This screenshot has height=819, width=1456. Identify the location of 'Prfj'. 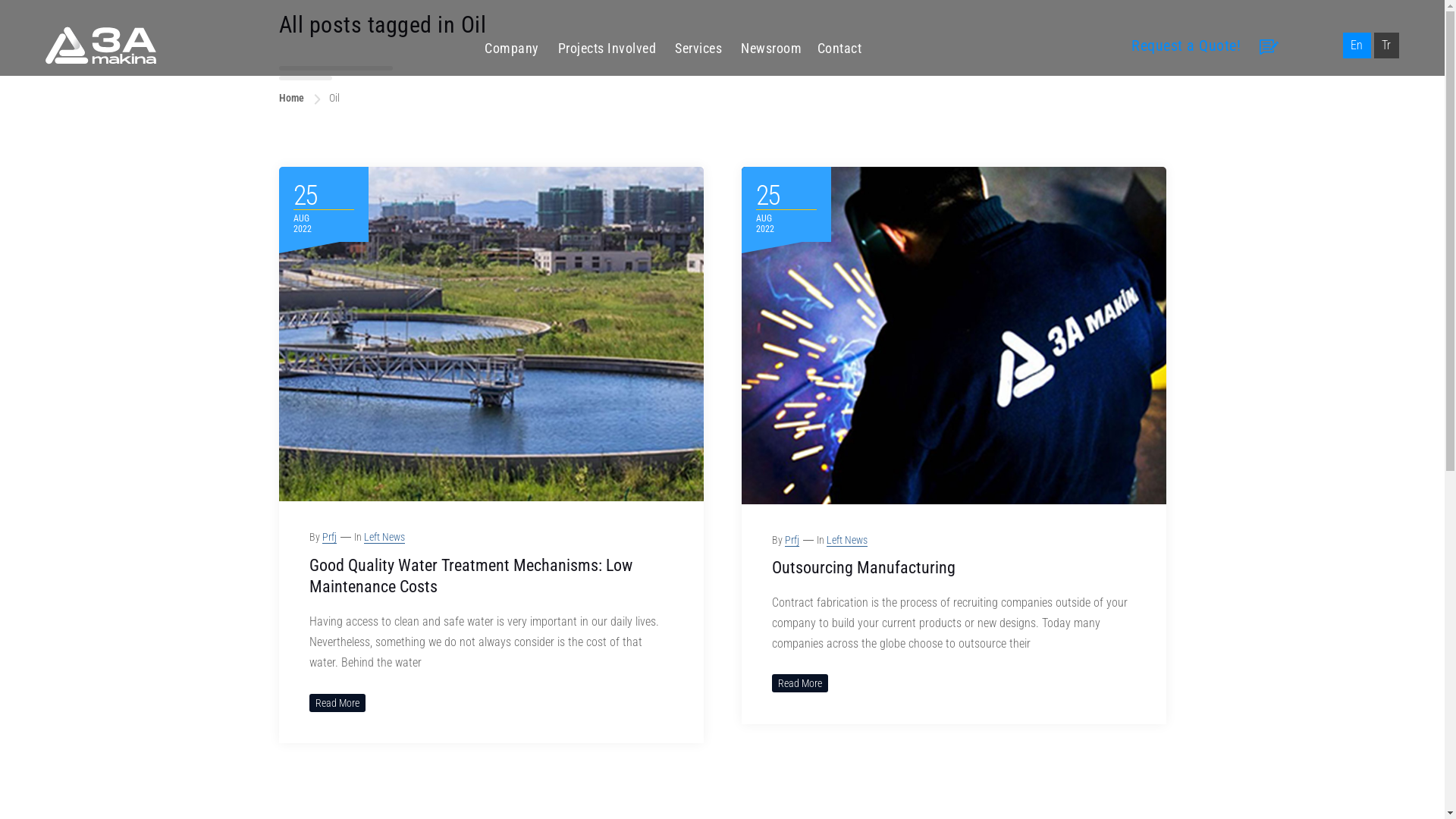
(790, 539).